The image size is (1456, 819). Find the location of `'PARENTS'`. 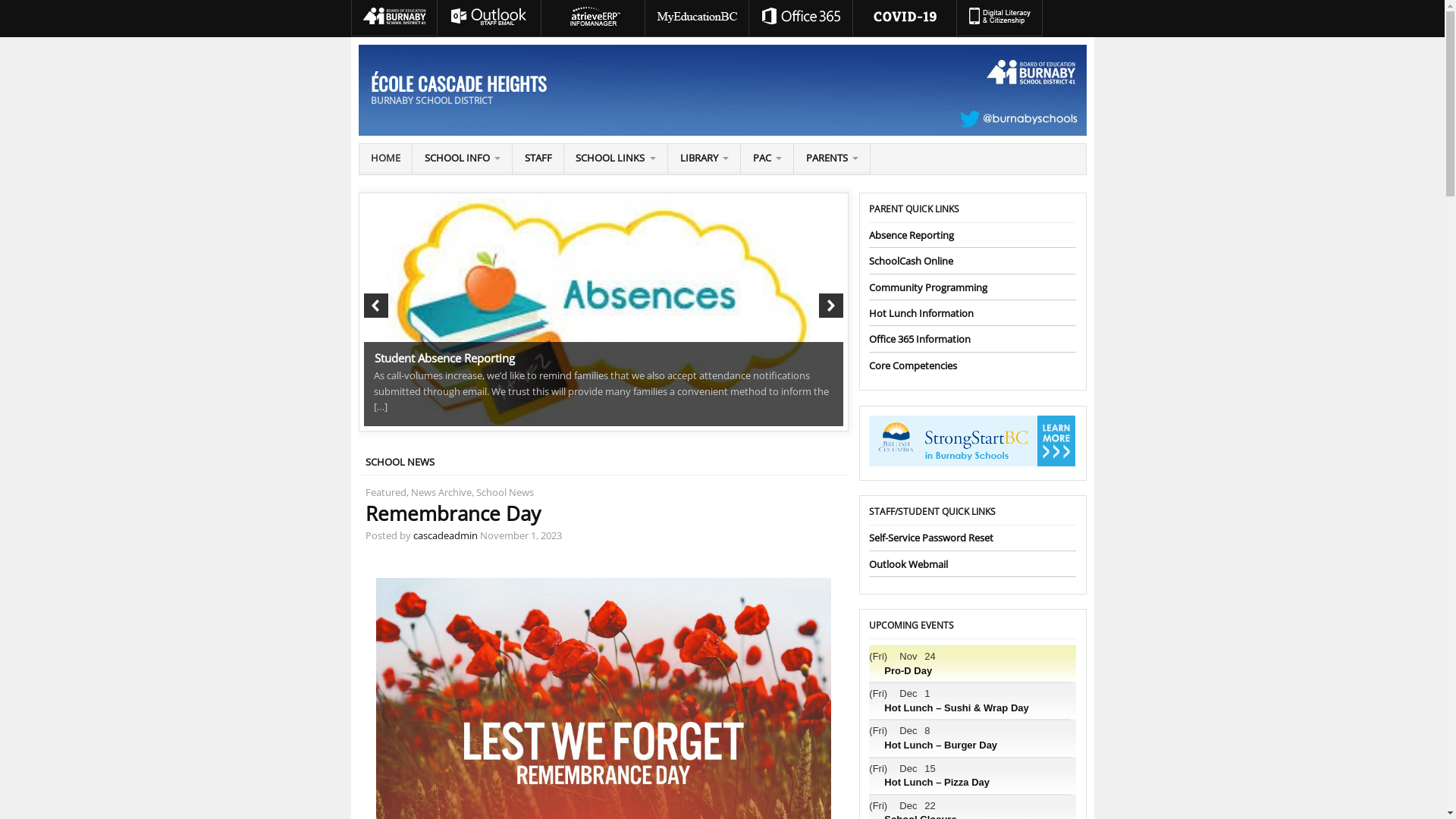

'PARENTS' is located at coordinates (831, 158).